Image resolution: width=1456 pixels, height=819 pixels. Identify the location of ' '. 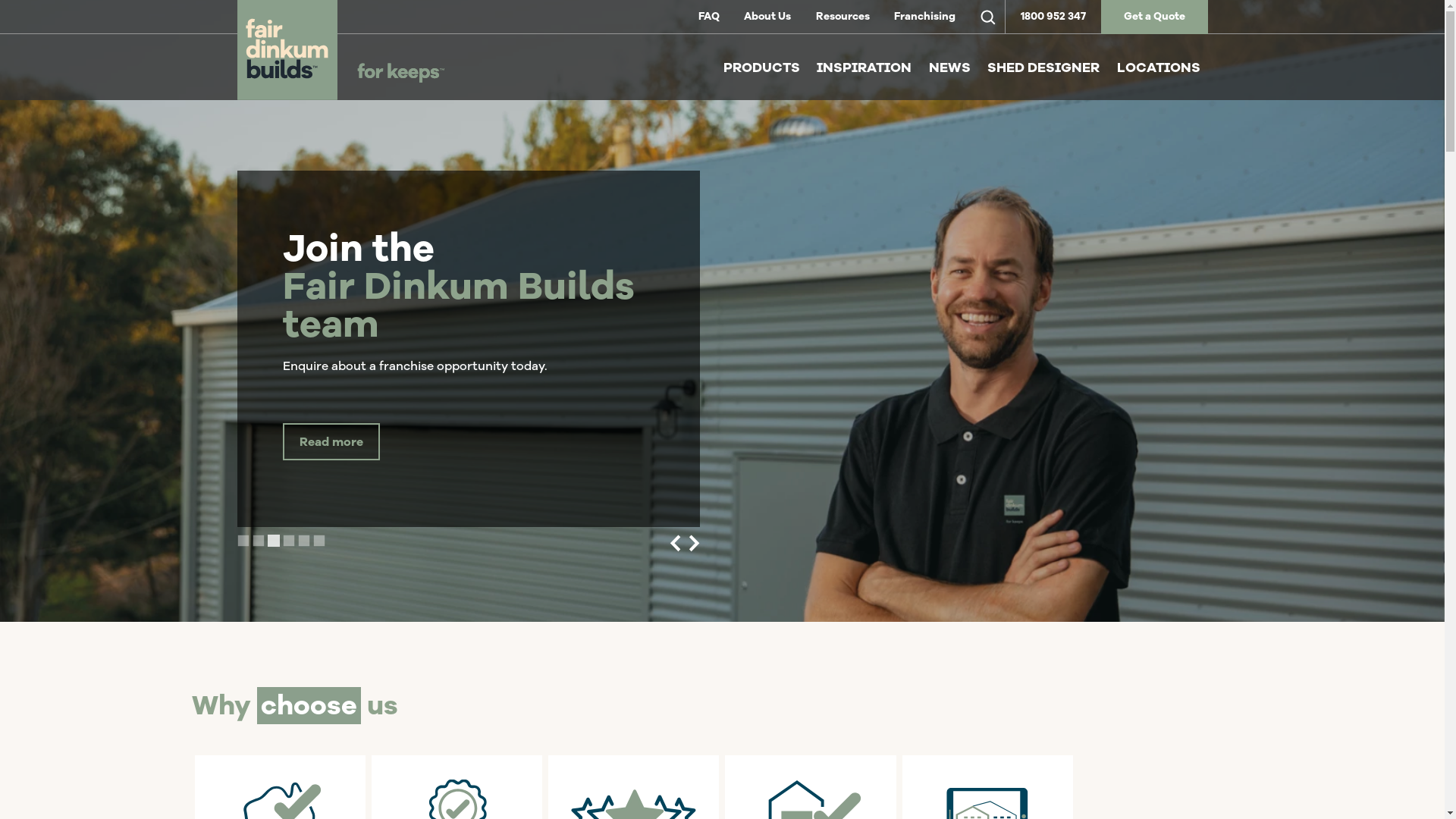
(987, 17).